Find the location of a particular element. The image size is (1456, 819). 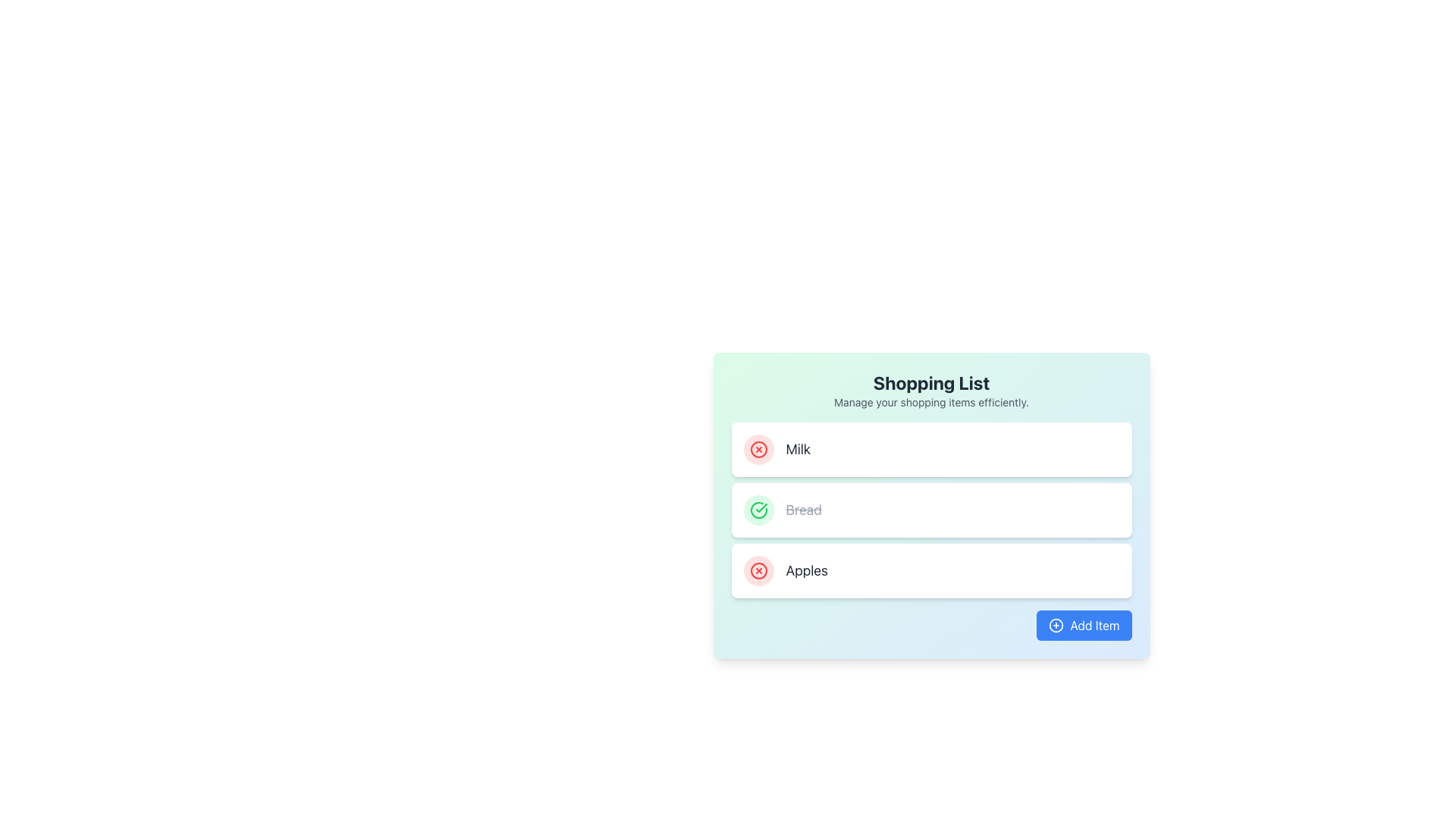

the blue rectangular 'Add Item' button located at the bottom right of the shopping list interface is located at coordinates (1084, 626).